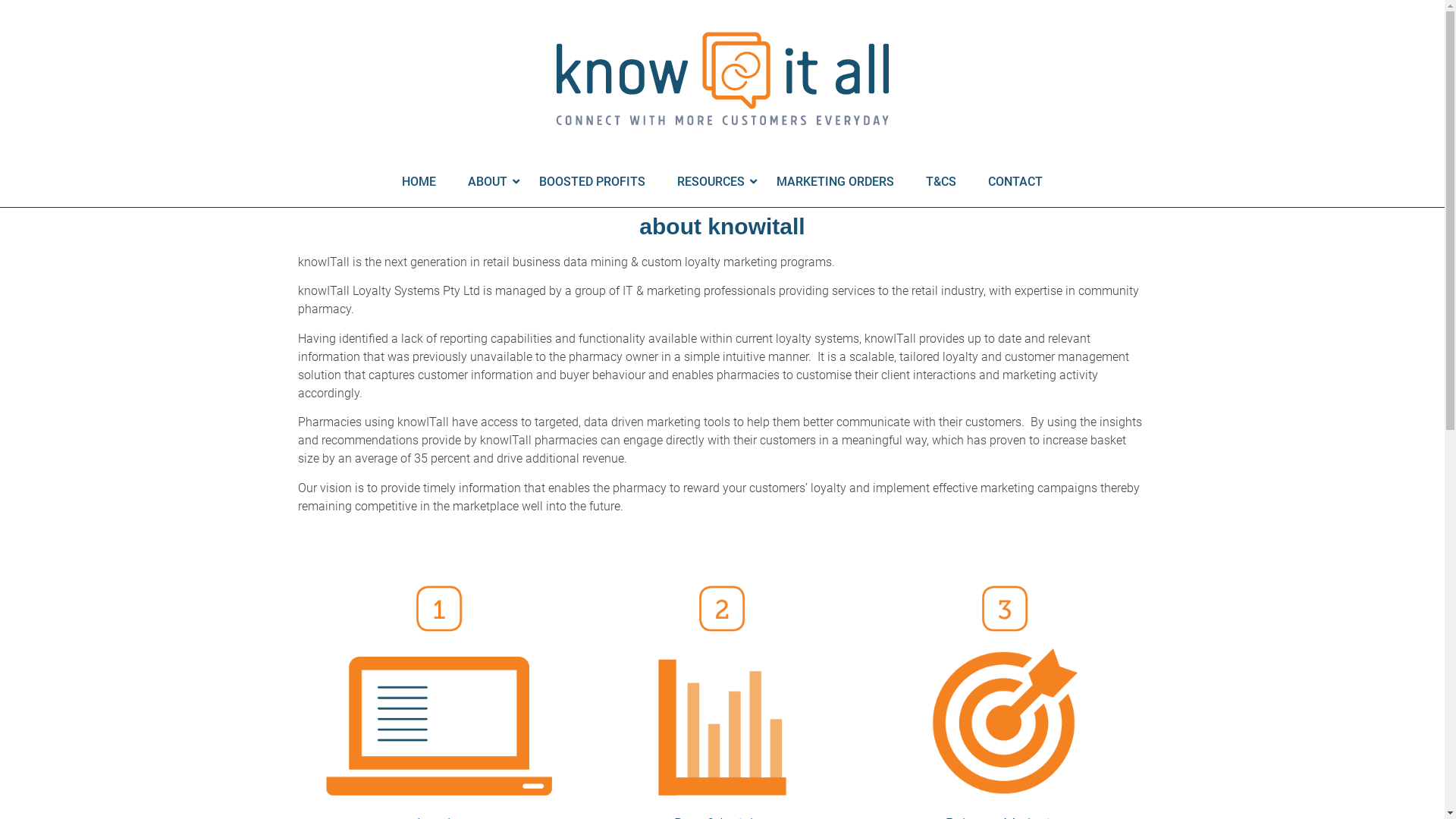 This screenshot has width=1456, height=819. I want to click on 'CONTACT', so click(1015, 180).